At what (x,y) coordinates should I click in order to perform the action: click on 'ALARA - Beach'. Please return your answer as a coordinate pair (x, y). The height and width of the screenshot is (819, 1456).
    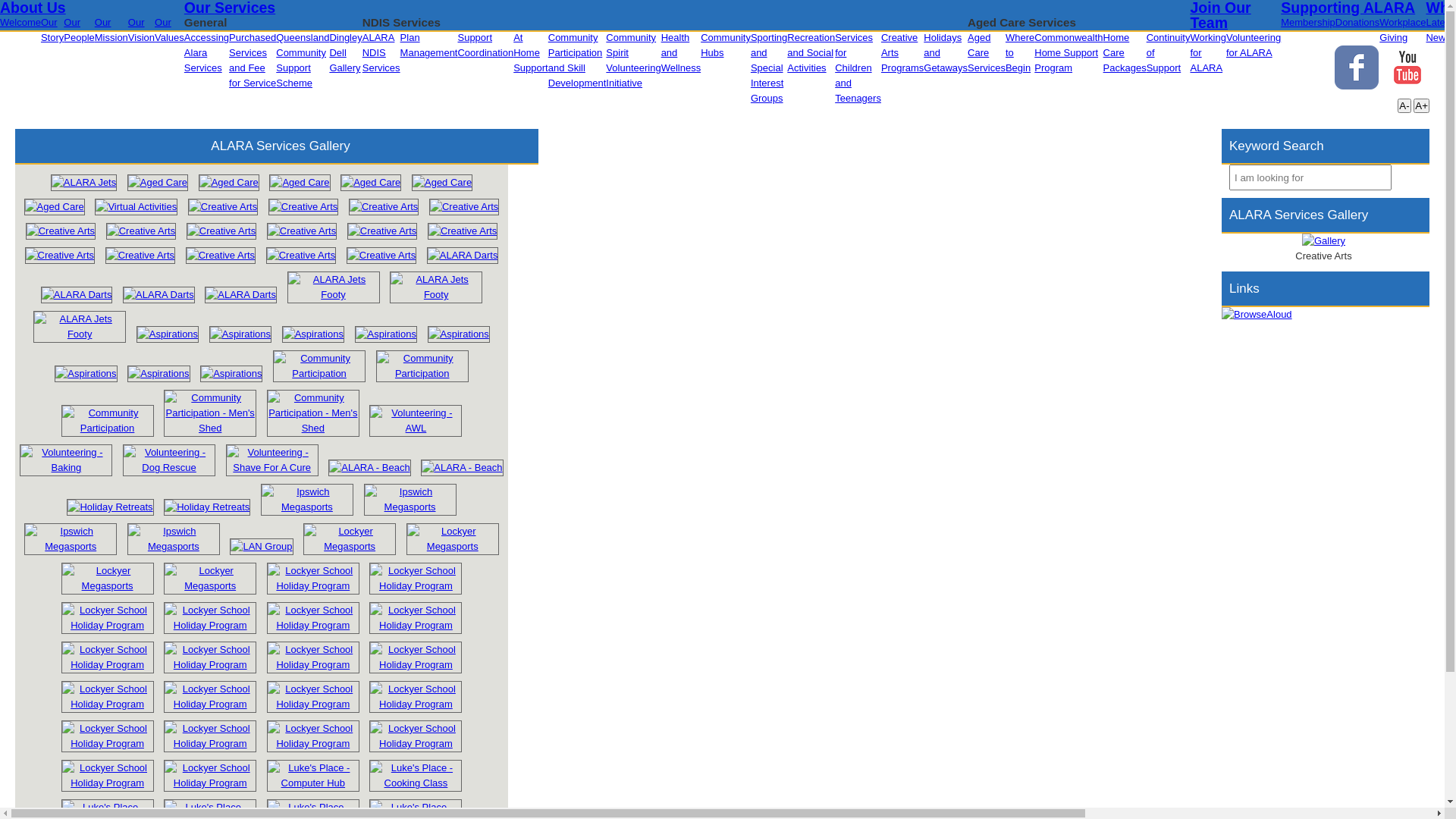
    Looking at the image, I should click on (421, 467).